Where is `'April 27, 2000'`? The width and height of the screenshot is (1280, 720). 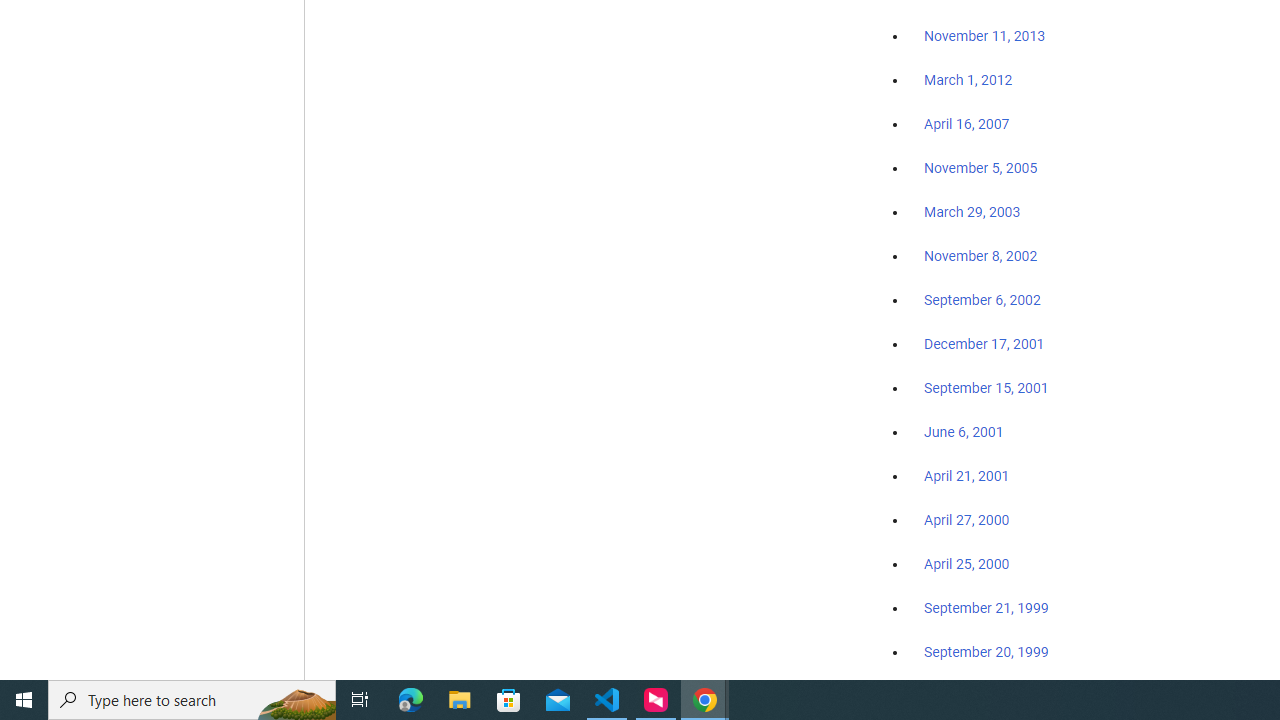 'April 27, 2000' is located at coordinates (967, 519).